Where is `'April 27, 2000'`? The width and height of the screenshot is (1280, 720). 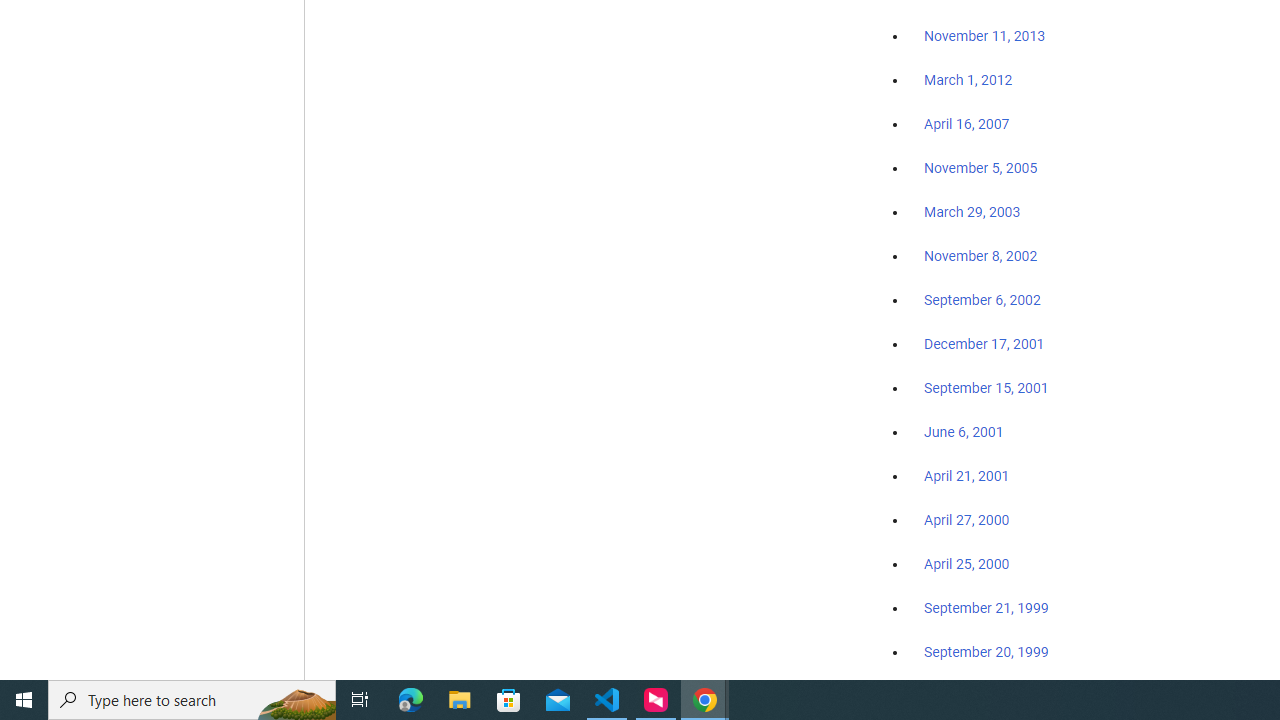 'April 27, 2000' is located at coordinates (967, 519).